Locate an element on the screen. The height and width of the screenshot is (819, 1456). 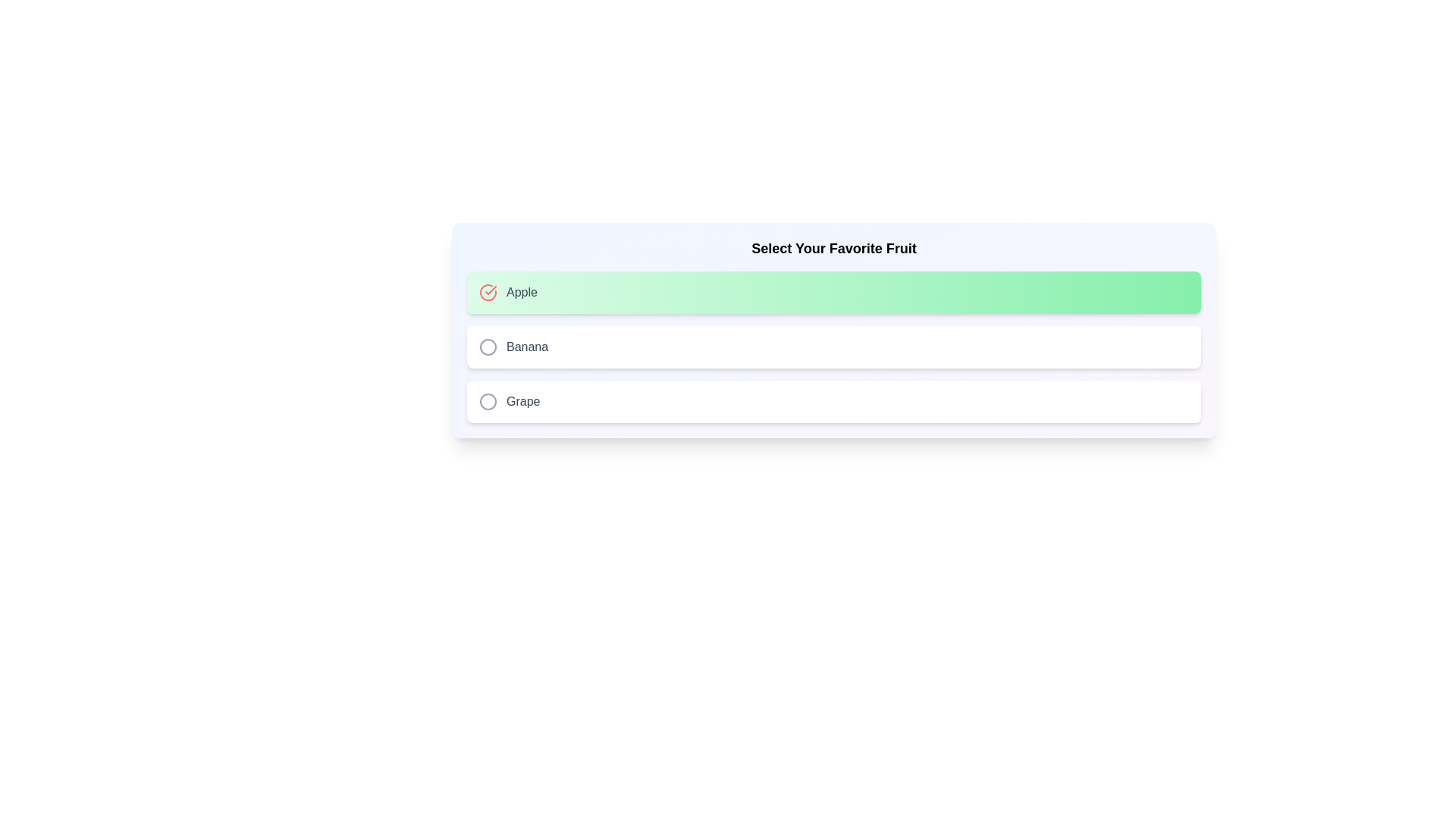
the circular icon with a partial arc and checkmark-like shape, which is red against a light green background and located to the left of the text 'Apple' in the selection list is located at coordinates (488, 292).